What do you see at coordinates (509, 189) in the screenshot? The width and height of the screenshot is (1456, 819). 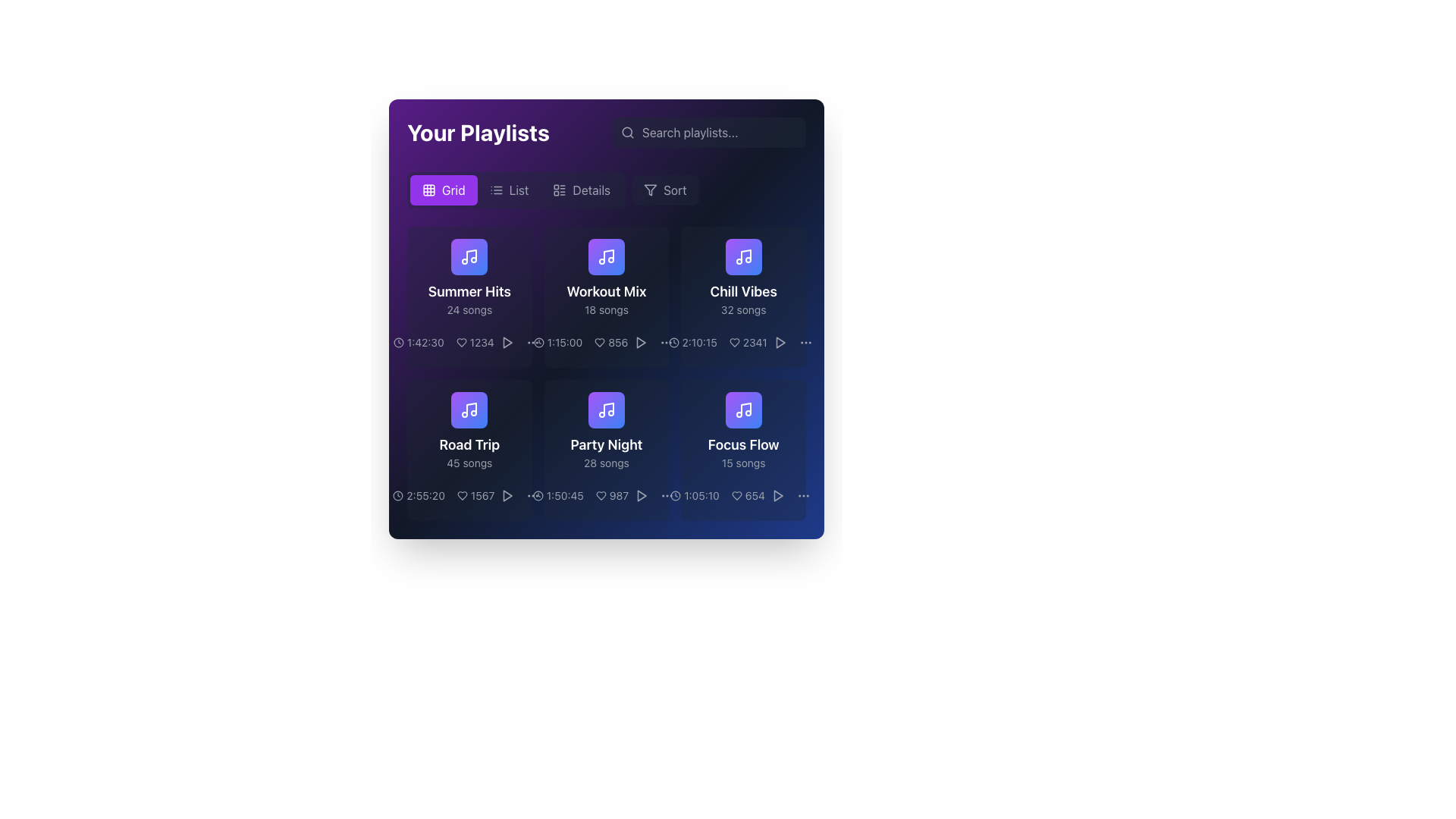 I see `the button with a list icon and the text 'List'` at bounding box center [509, 189].